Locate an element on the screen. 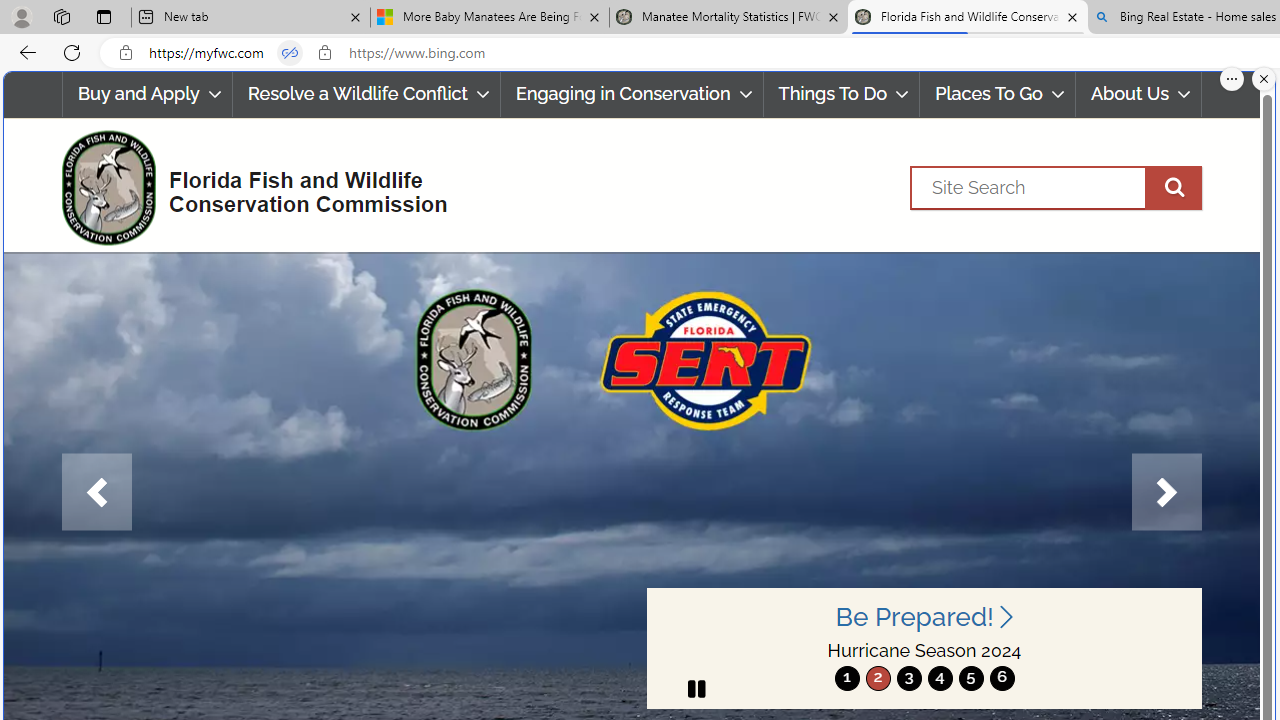 The height and width of the screenshot is (720, 1280). '2' is located at coordinates (878, 677).